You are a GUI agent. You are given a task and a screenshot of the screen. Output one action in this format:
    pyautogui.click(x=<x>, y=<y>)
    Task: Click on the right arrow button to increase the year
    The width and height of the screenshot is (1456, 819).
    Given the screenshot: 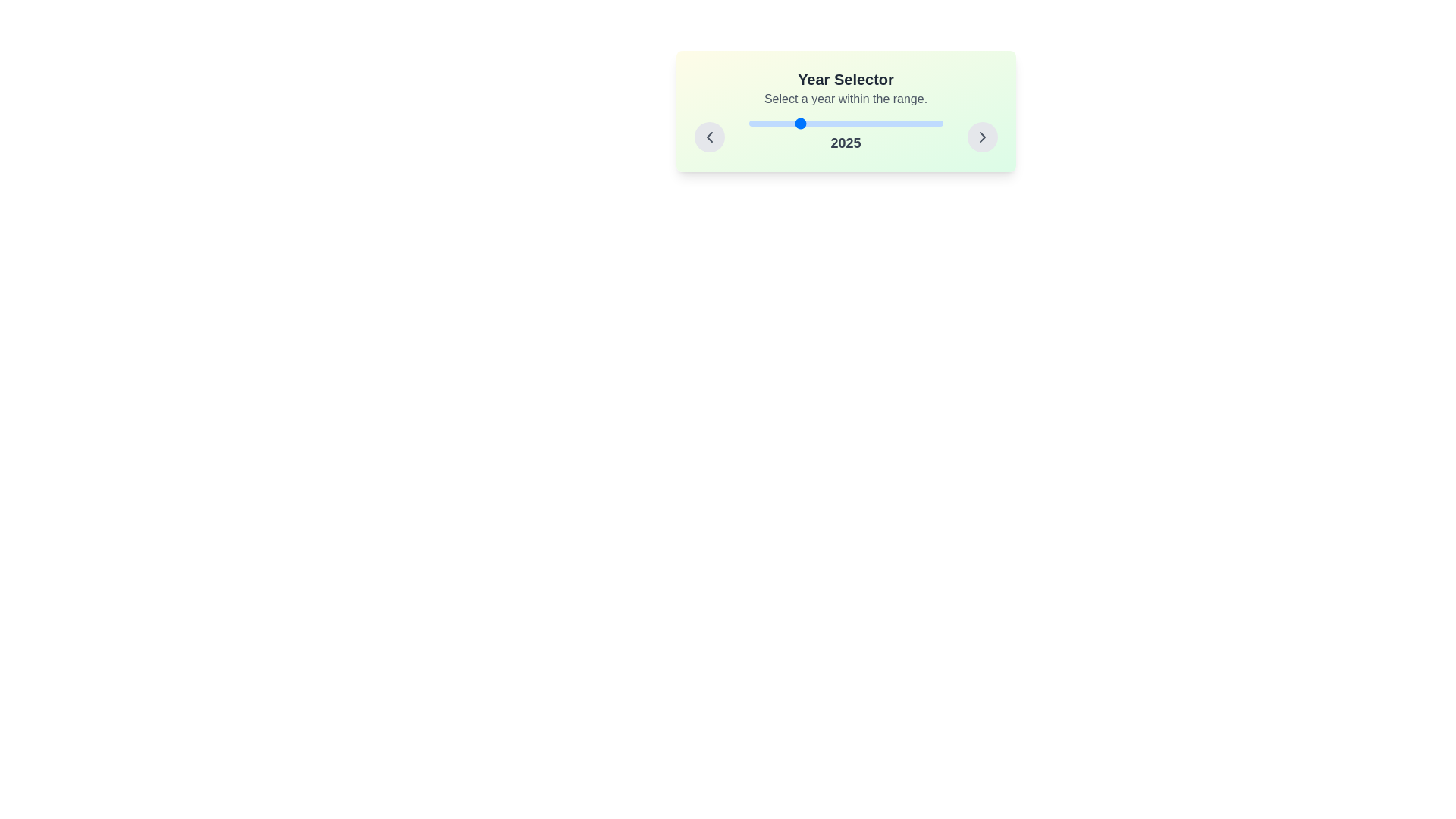 What is the action you would take?
    pyautogui.click(x=982, y=137)
    